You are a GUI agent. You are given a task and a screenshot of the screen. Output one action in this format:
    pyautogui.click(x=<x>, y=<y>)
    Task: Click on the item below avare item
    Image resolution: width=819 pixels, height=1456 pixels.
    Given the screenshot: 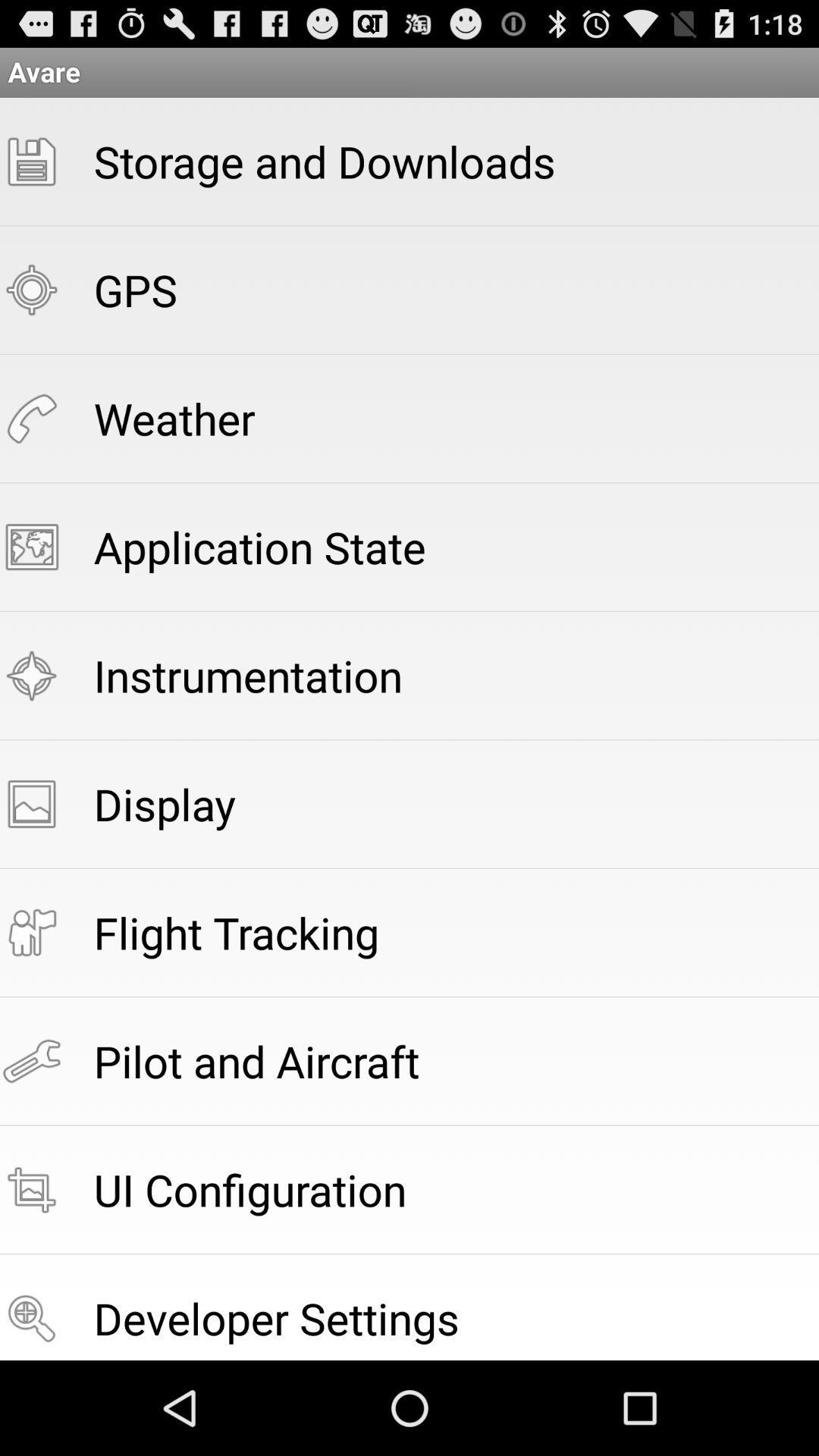 What is the action you would take?
    pyautogui.click(x=324, y=161)
    